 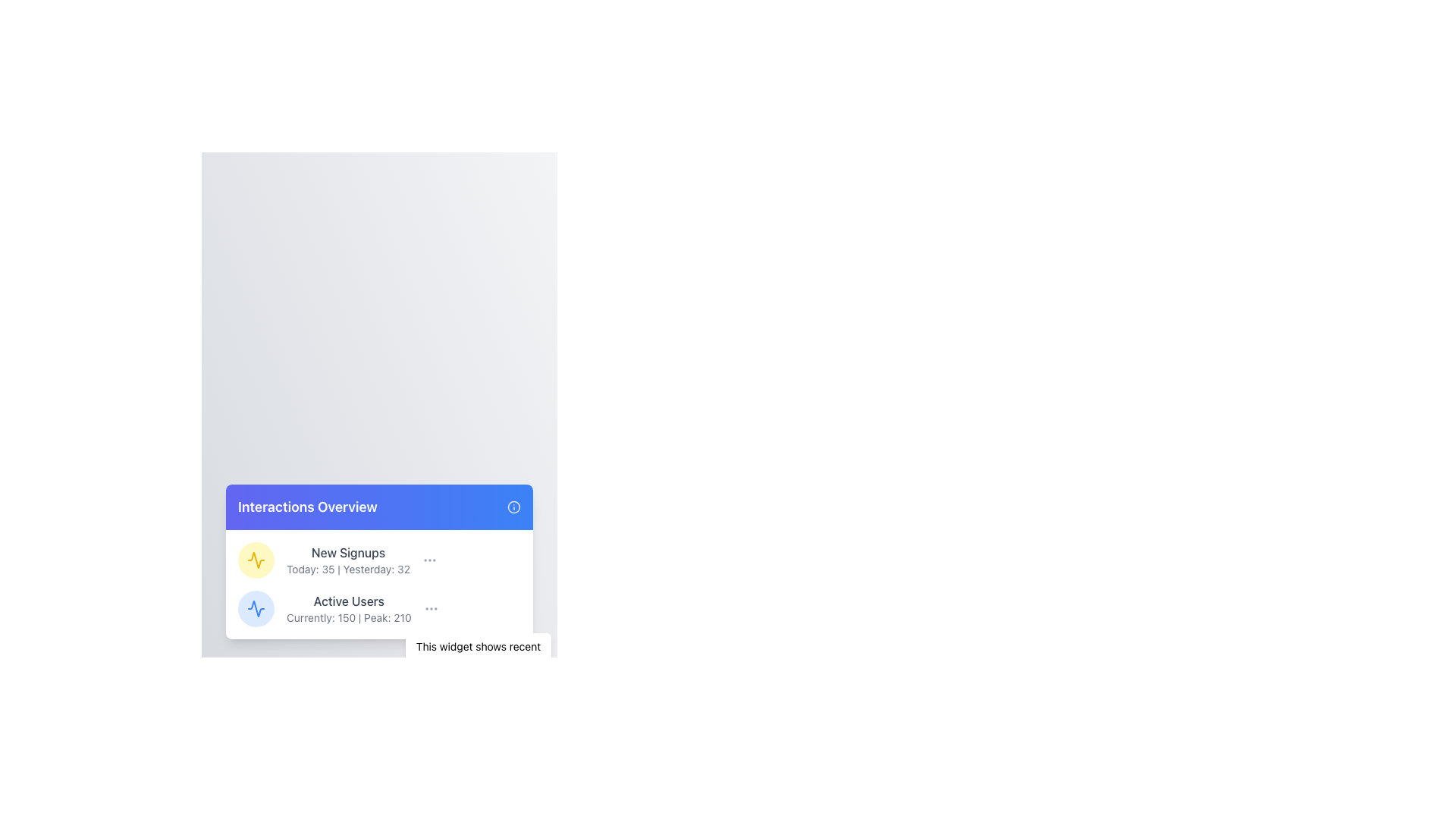 What do you see at coordinates (348, 607) in the screenshot?
I see `the Information Display Block that shows statistical information about user activity, specifically the 'Active Users' section under 'Interactions Overview'` at bounding box center [348, 607].